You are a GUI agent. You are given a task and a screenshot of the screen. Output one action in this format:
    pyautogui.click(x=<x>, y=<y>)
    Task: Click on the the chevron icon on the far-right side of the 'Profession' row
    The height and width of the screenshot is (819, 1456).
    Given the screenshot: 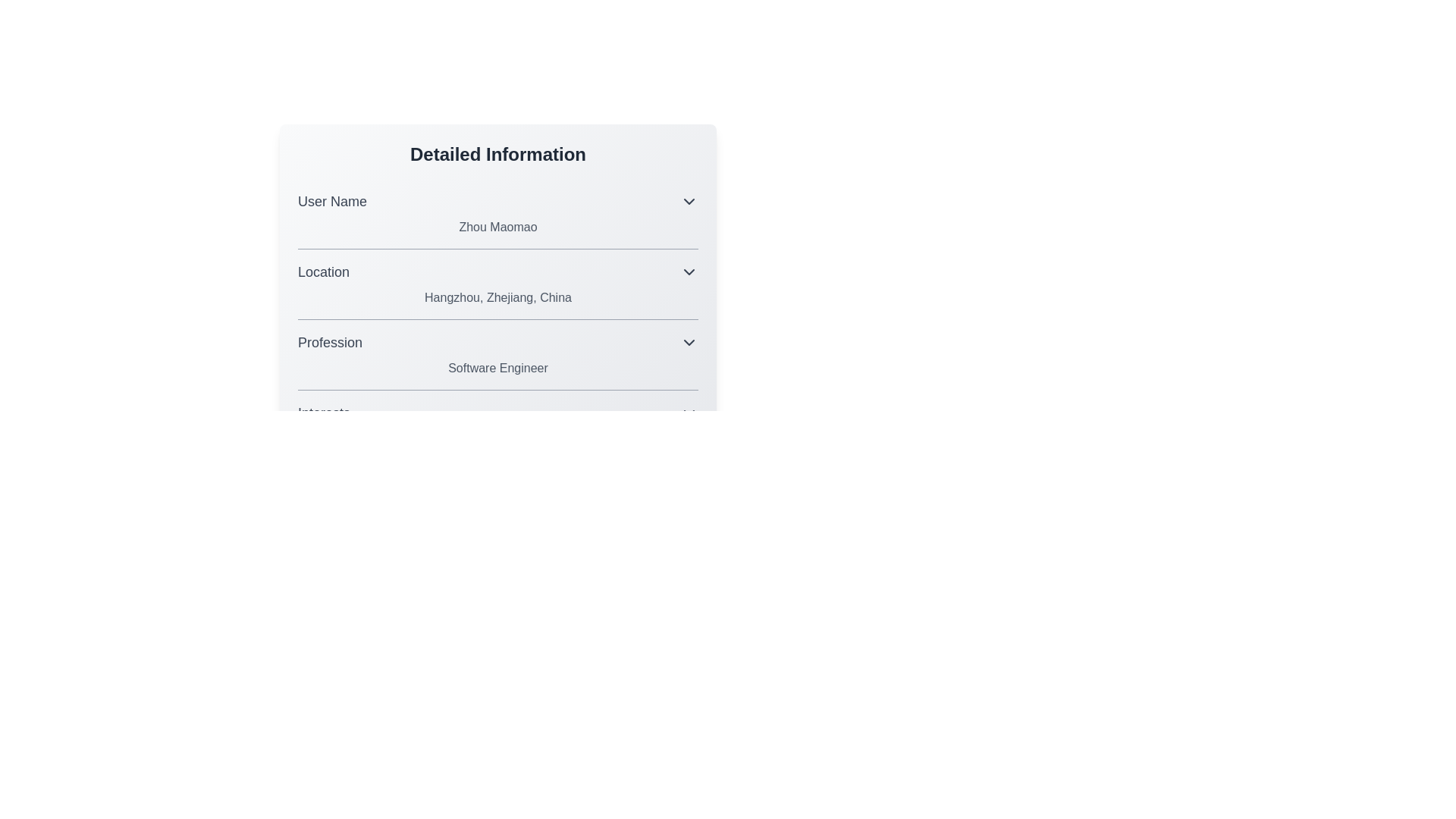 What is the action you would take?
    pyautogui.click(x=688, y=342)
    